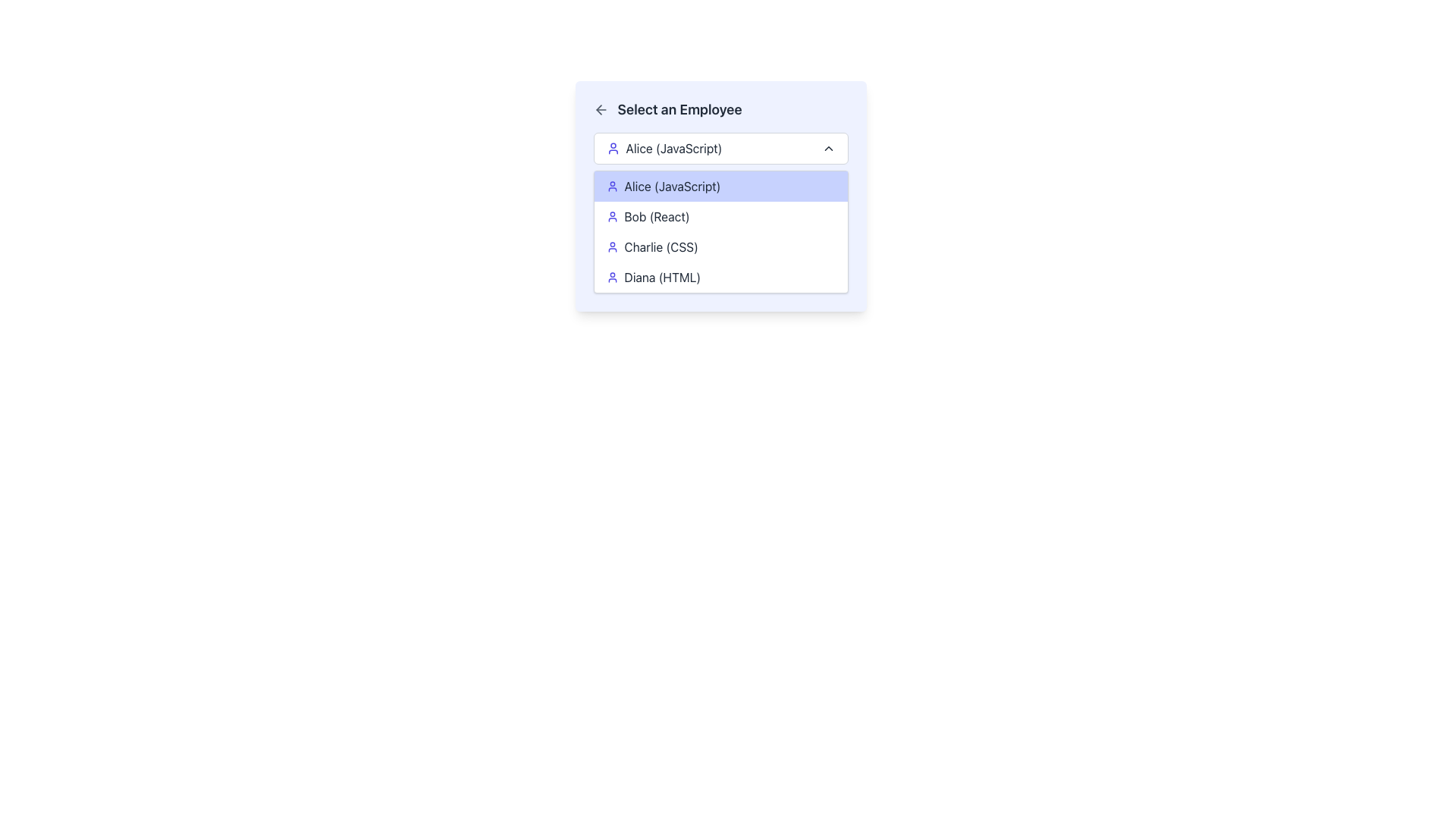 This screenshot has width=1456, height=819. What do you see at coordinates (720, 186) in the screenshot?
I see `the second item in the dropdown menu representing the choice 'Alice (JavaScript)'` at bounding box center [720, 186].